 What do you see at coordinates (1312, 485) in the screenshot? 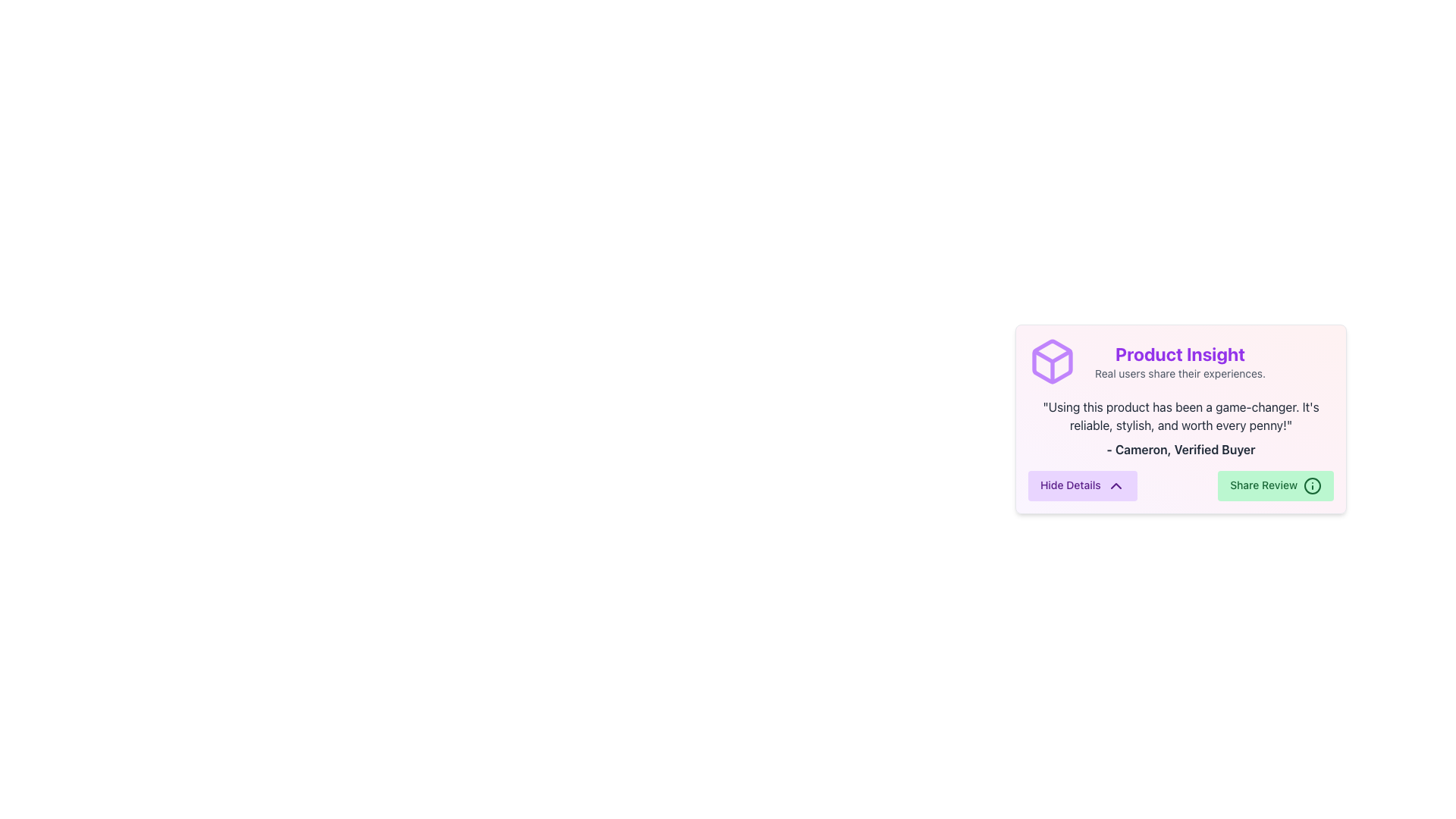
I see `the circular graphical component of the information icon within the 'Share Review' button located at the bottom-right corner of the user review card` at bounding box center [1312, 485].